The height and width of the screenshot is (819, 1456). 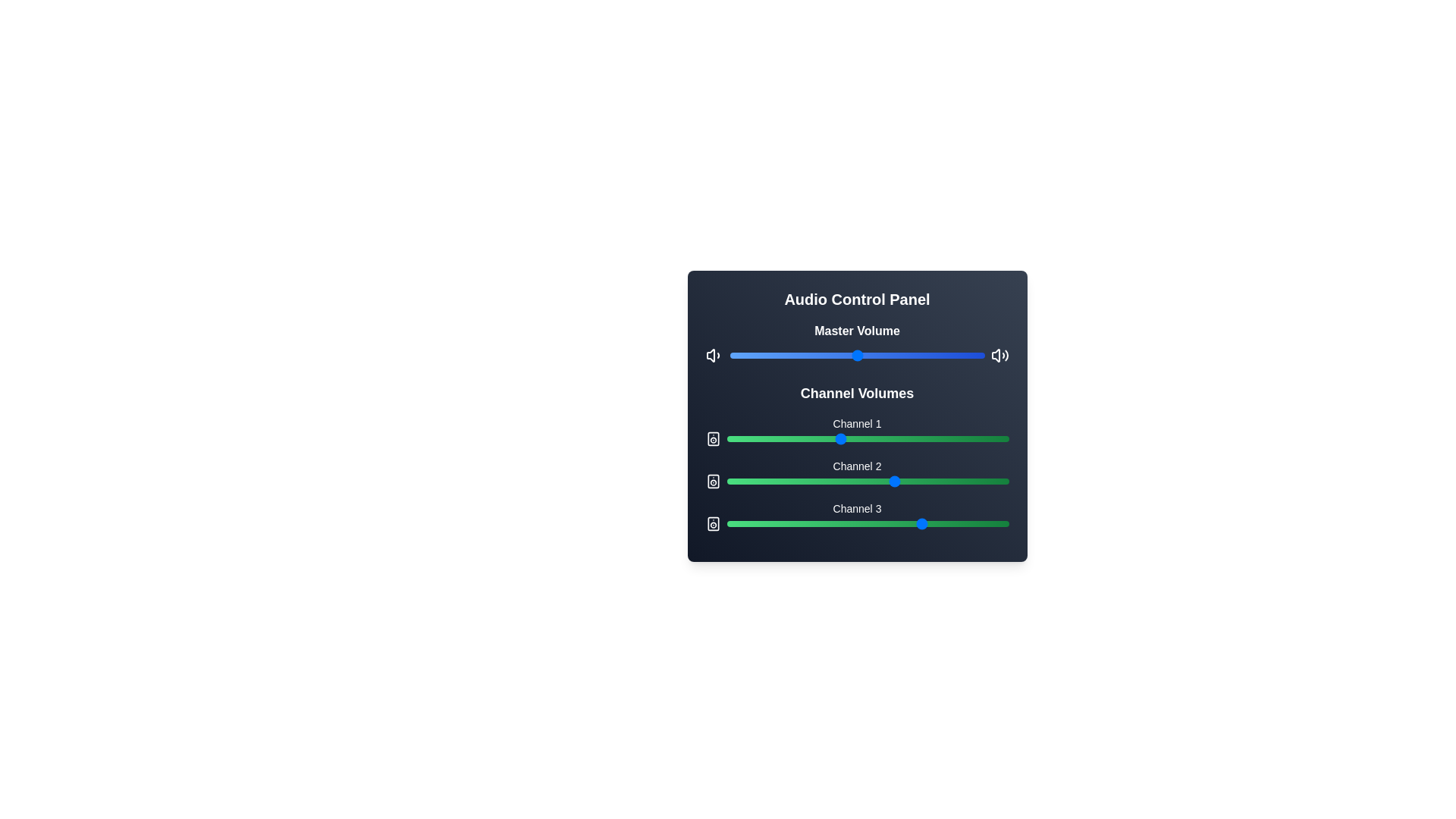 I want to click on the slider value, so click(x=876, y=482).